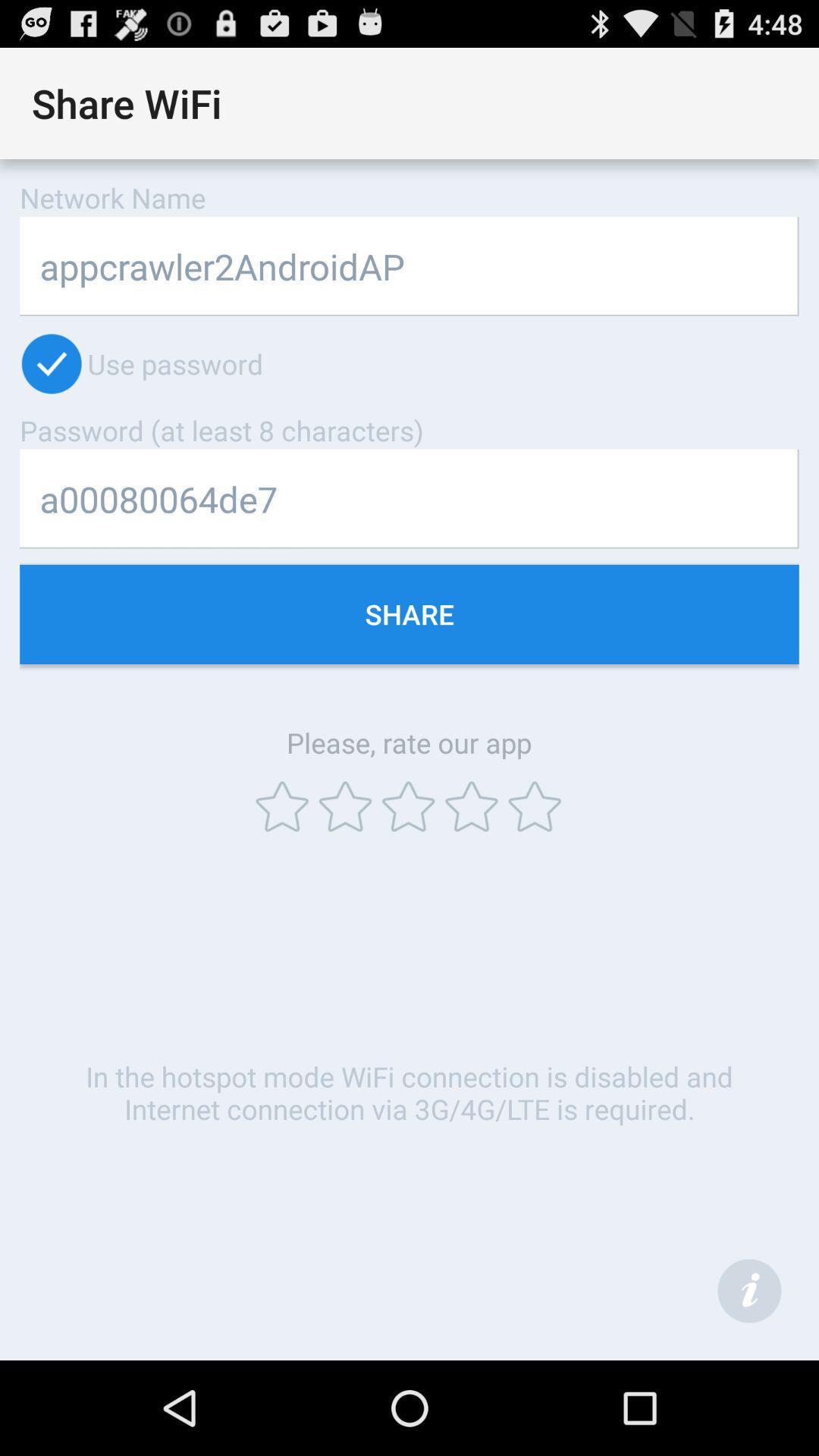  I want to click on the a00080064de7 icon, so click(409, 499).